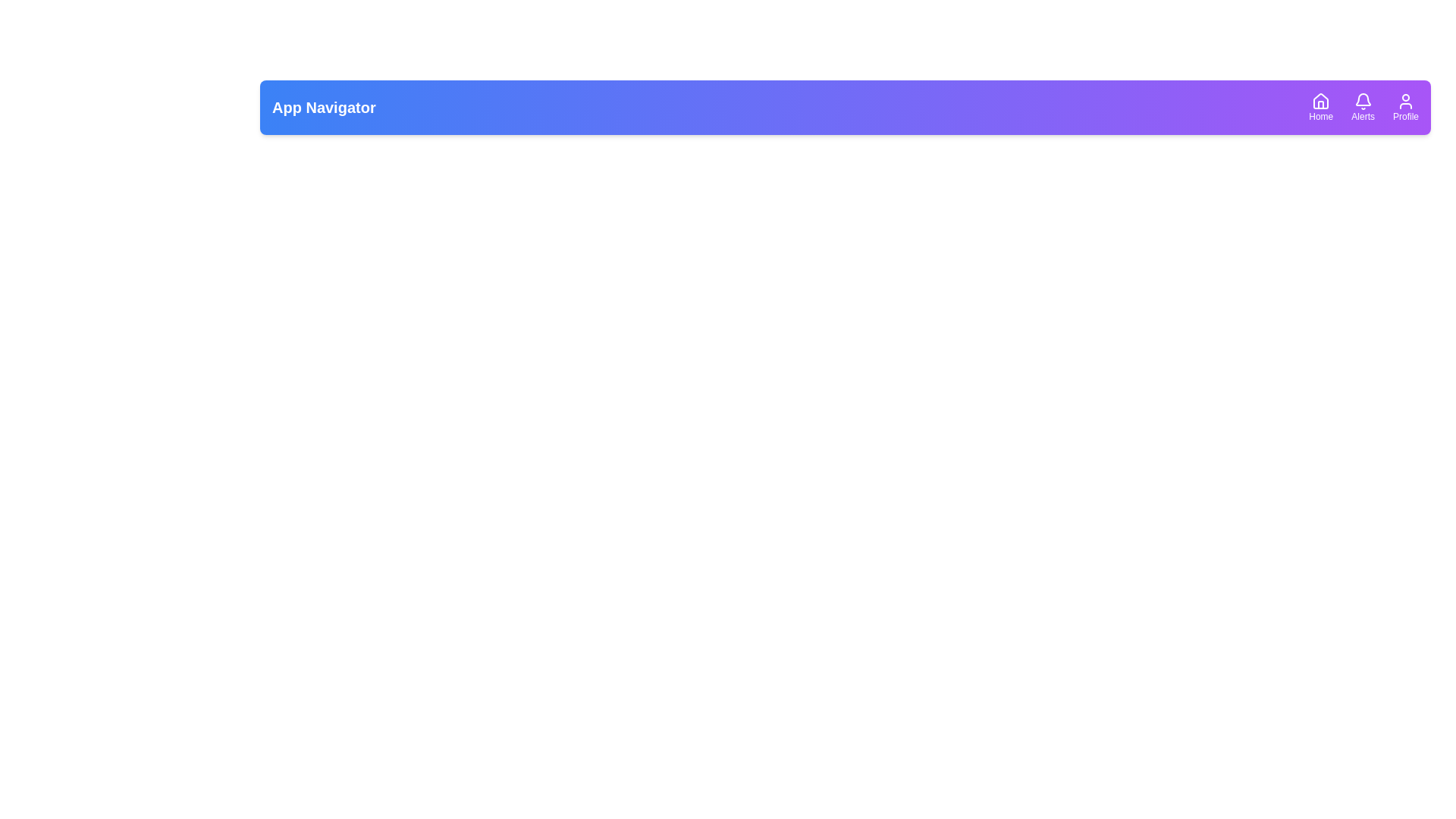 Image resolution: width=1456 pixels, height=819 pixels. What do you see at coordinates (1320, 102) in the screenshot?
I see `the 'Home' icon located in the top-right section of the navigation bar, which visually represents the 'Home' button` at bounding box center [1320, 102].